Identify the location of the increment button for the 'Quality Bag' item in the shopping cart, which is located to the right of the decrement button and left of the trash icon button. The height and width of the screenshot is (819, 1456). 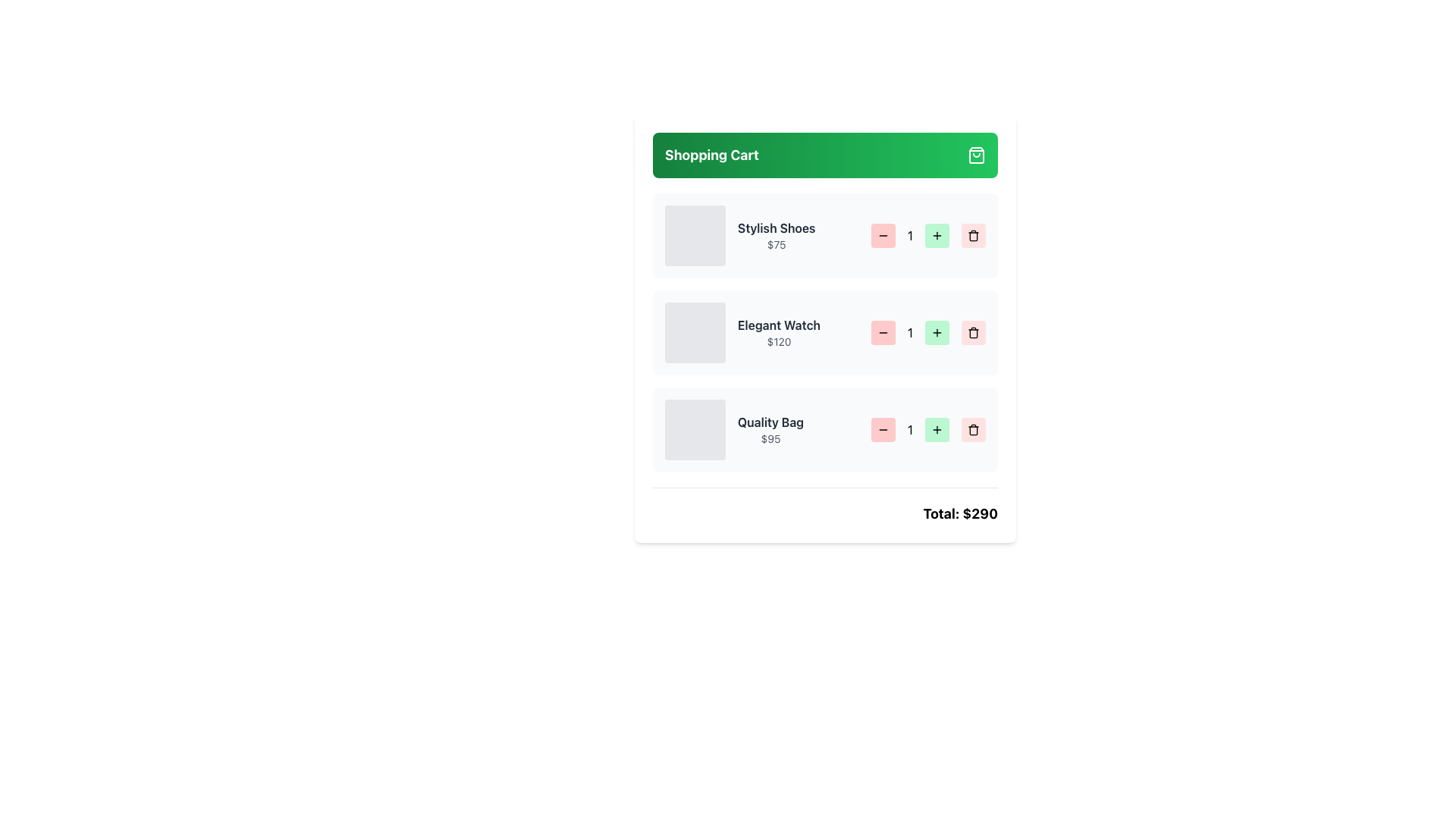
(937, 430).